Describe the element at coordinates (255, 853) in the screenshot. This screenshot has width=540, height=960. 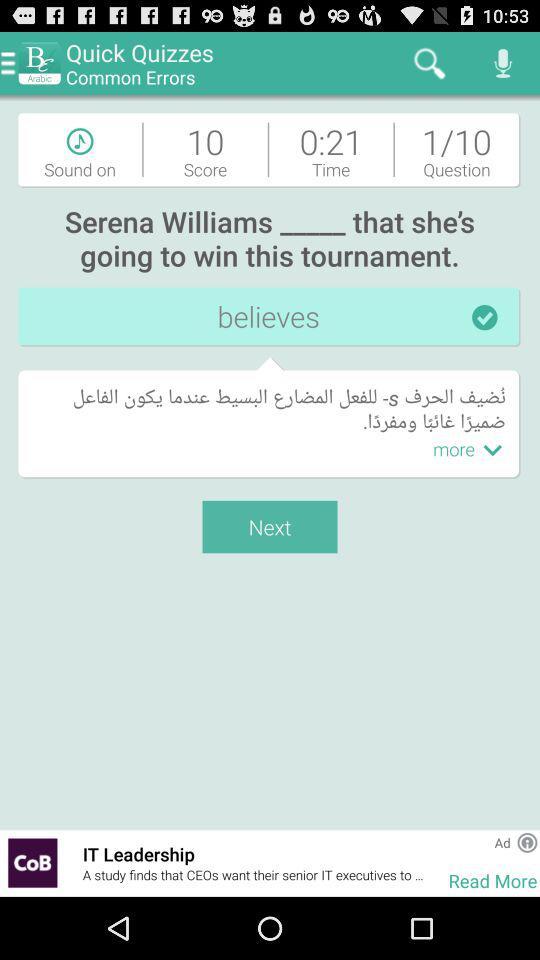
I see `the item below next icon` at that location.